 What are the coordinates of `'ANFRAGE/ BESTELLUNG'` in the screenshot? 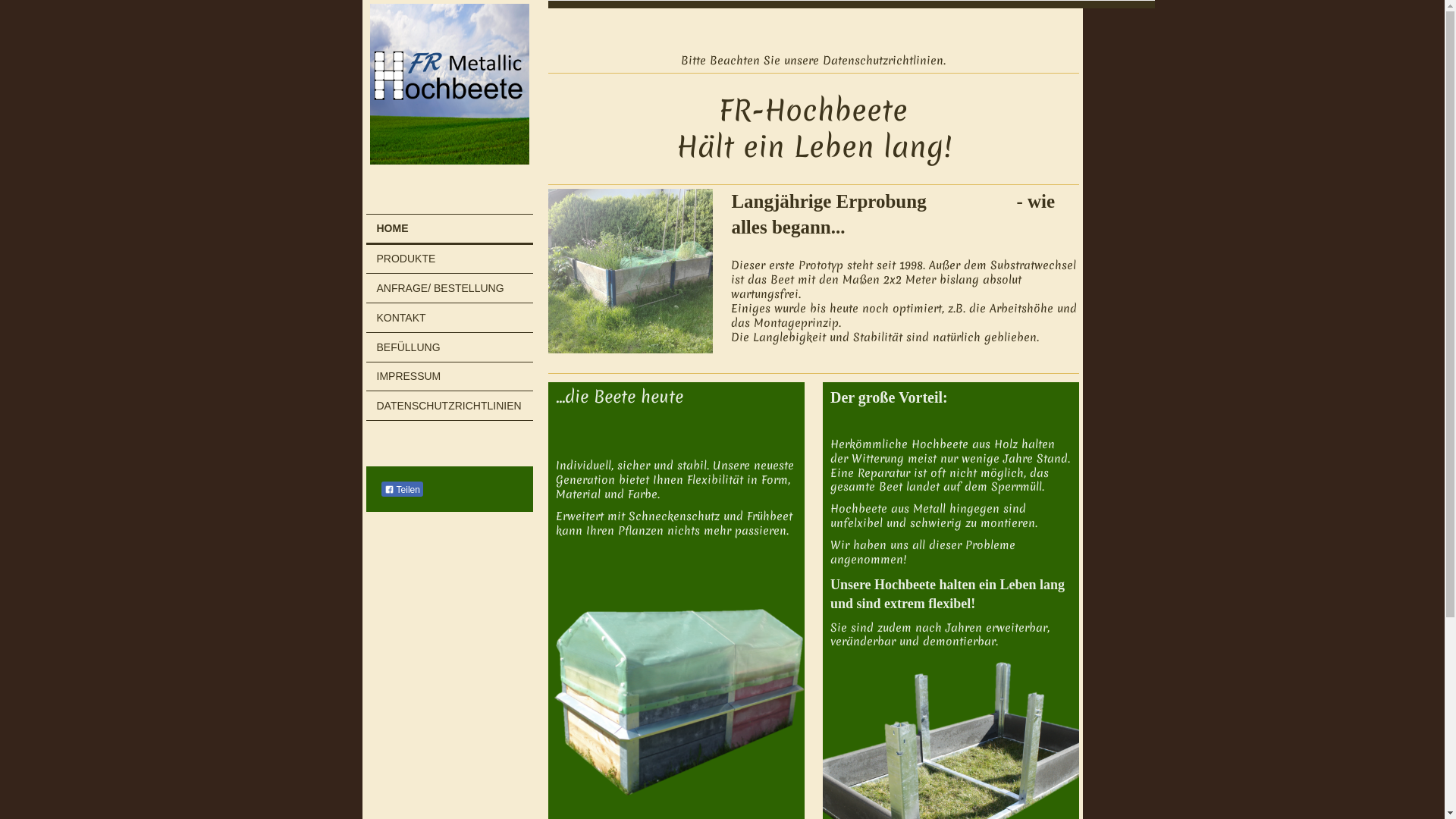 It's located at (448, 288).